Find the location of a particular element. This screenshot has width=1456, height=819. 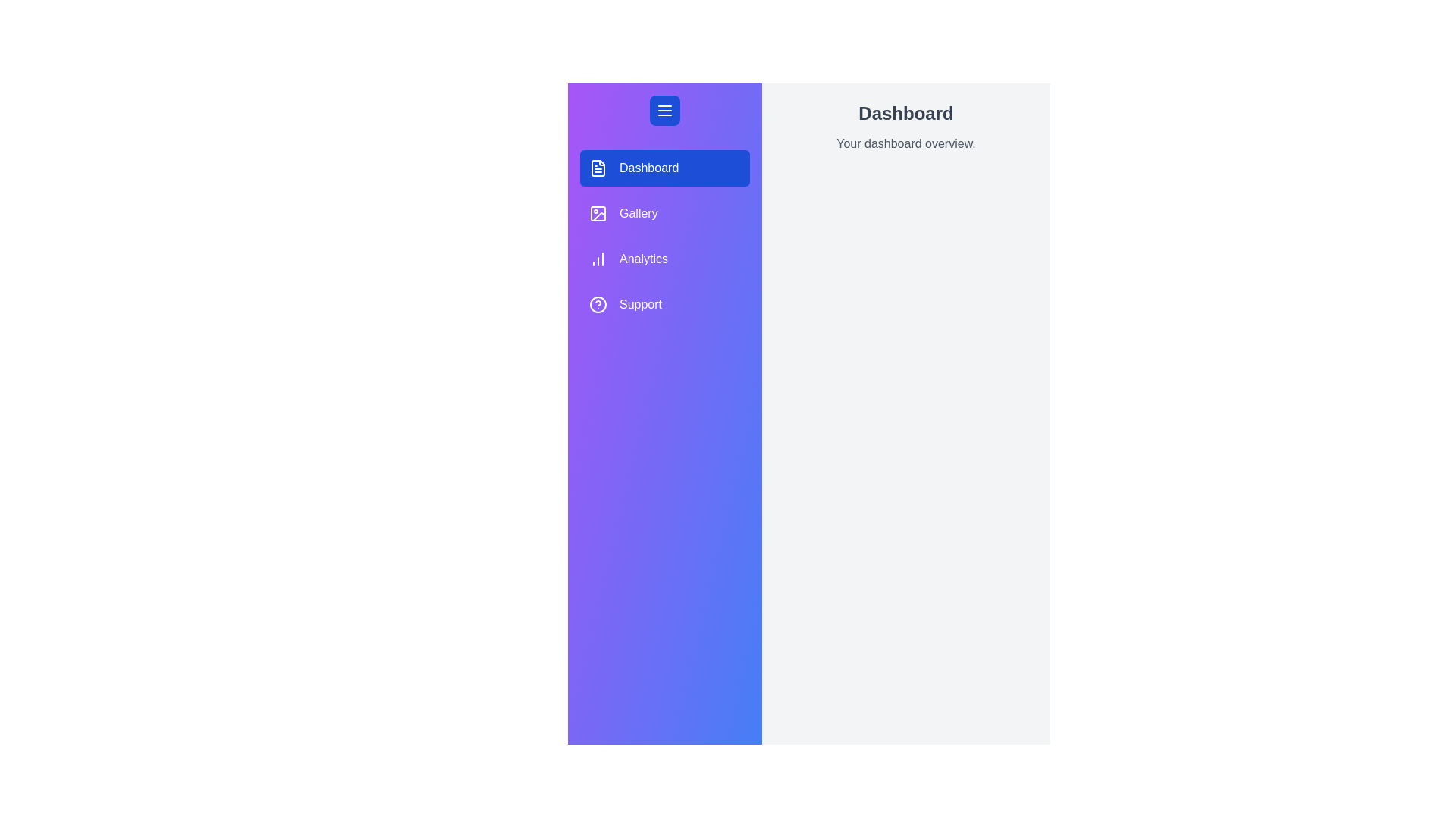

the menu item labeled 'Gallery' to highlight it is located at coordinates (665, 213).